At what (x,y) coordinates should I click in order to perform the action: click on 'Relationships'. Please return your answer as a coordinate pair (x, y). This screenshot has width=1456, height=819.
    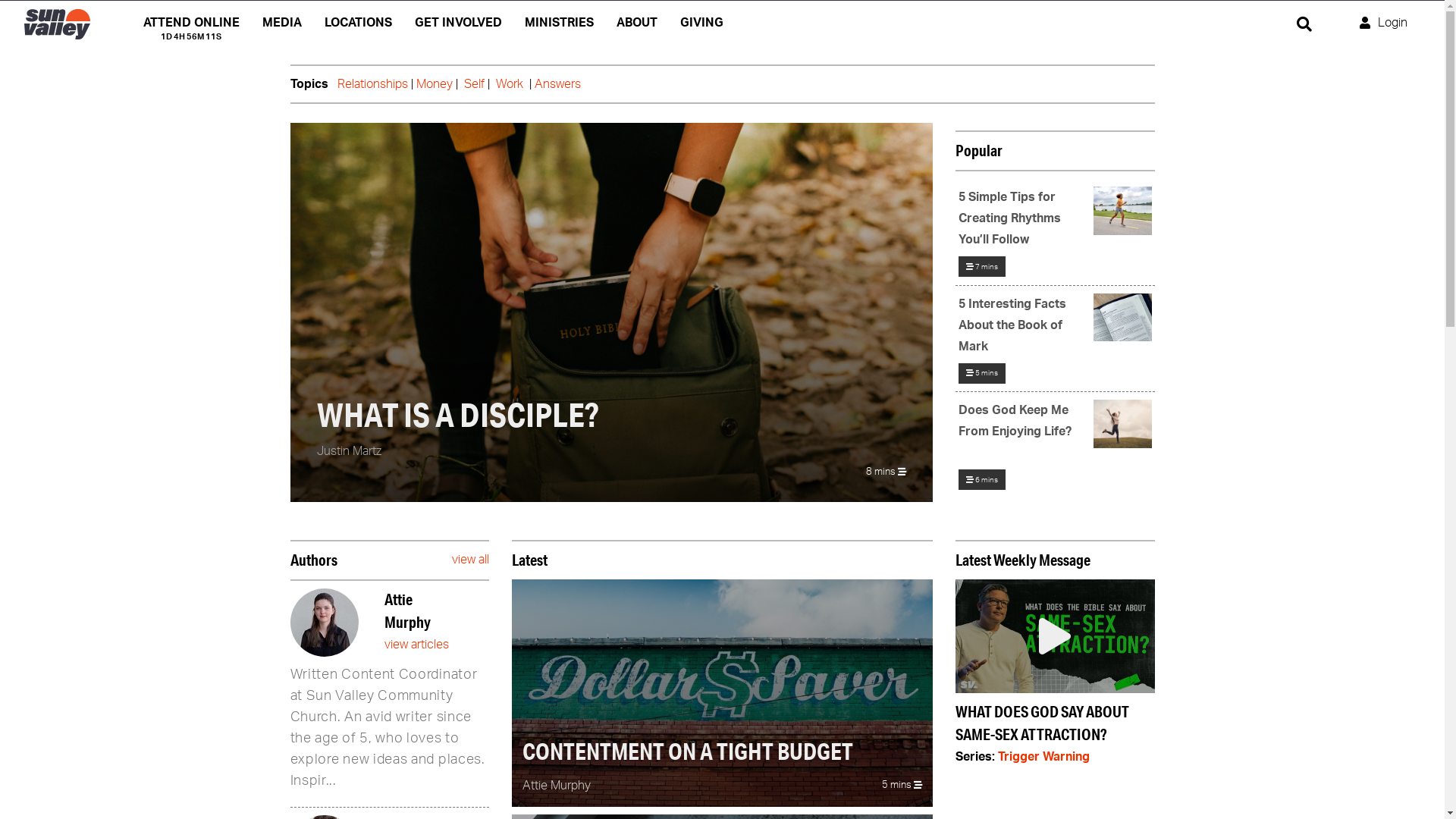
    Looking at the image, I should click on (372, 84).